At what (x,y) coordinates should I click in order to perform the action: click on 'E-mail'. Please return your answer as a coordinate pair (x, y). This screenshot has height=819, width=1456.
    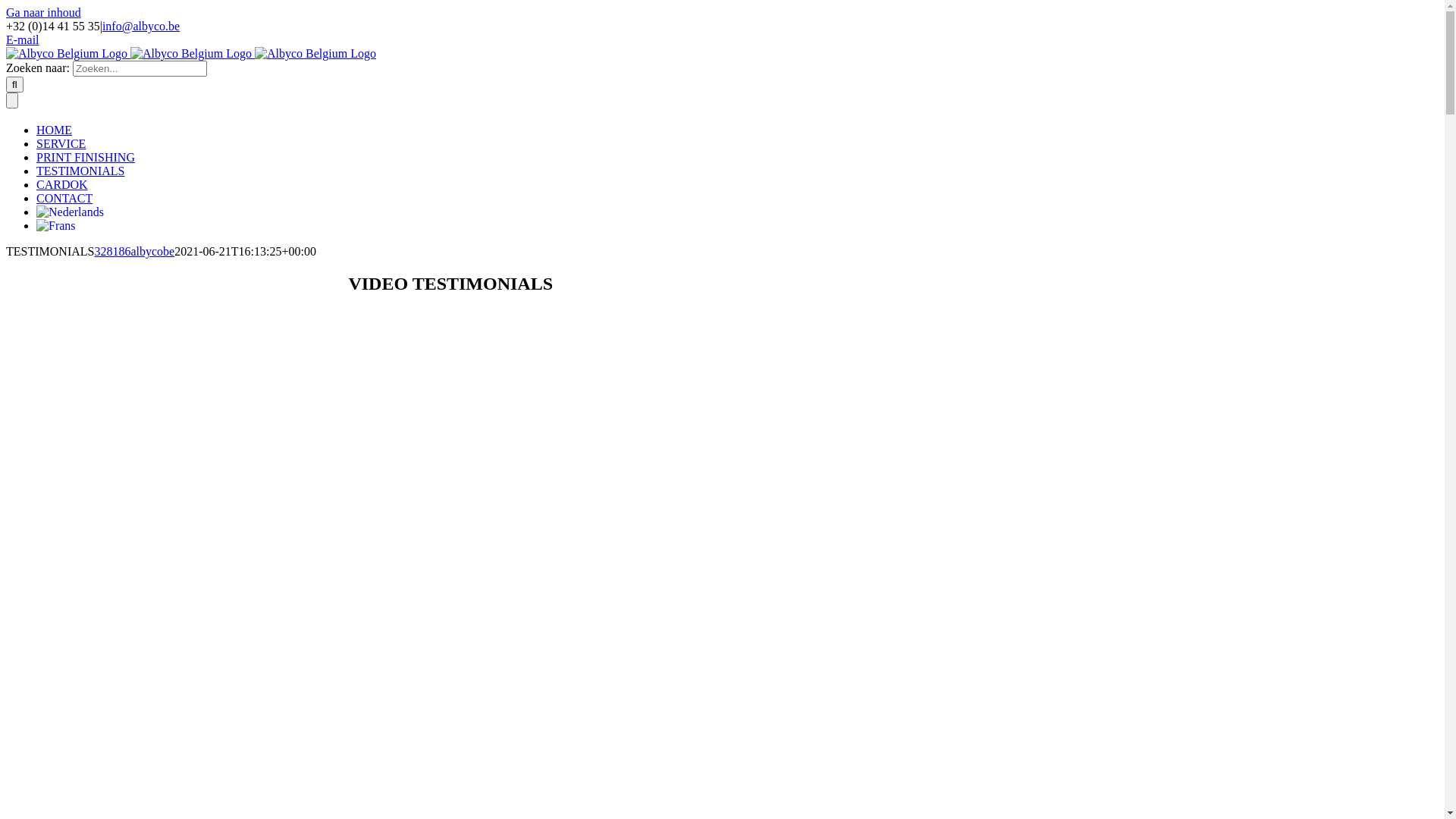
    Looking at the image, I should click on (6, 39).